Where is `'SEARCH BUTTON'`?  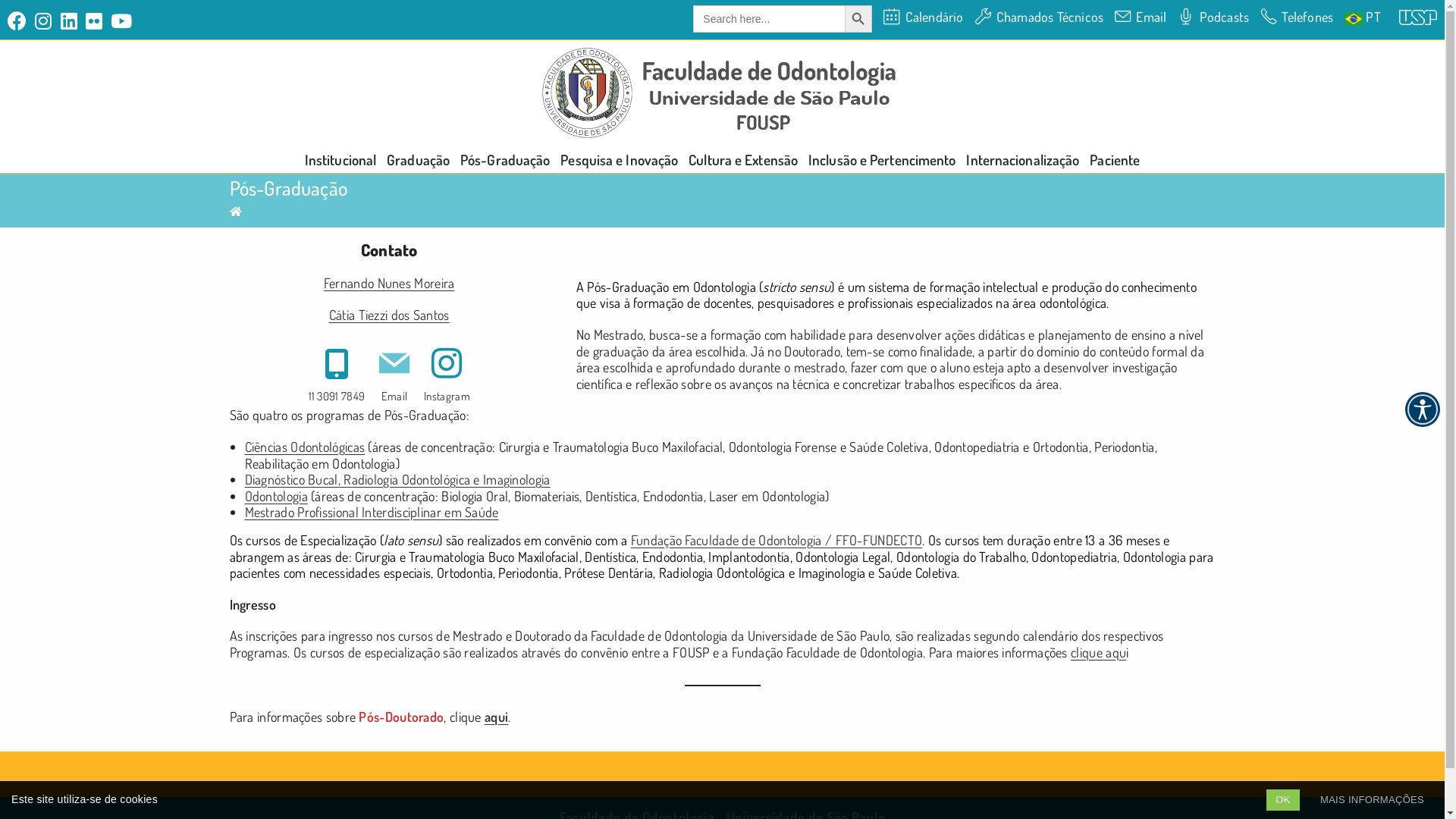 'SEARCH BUTTON' is located at coordinates (858, 18).